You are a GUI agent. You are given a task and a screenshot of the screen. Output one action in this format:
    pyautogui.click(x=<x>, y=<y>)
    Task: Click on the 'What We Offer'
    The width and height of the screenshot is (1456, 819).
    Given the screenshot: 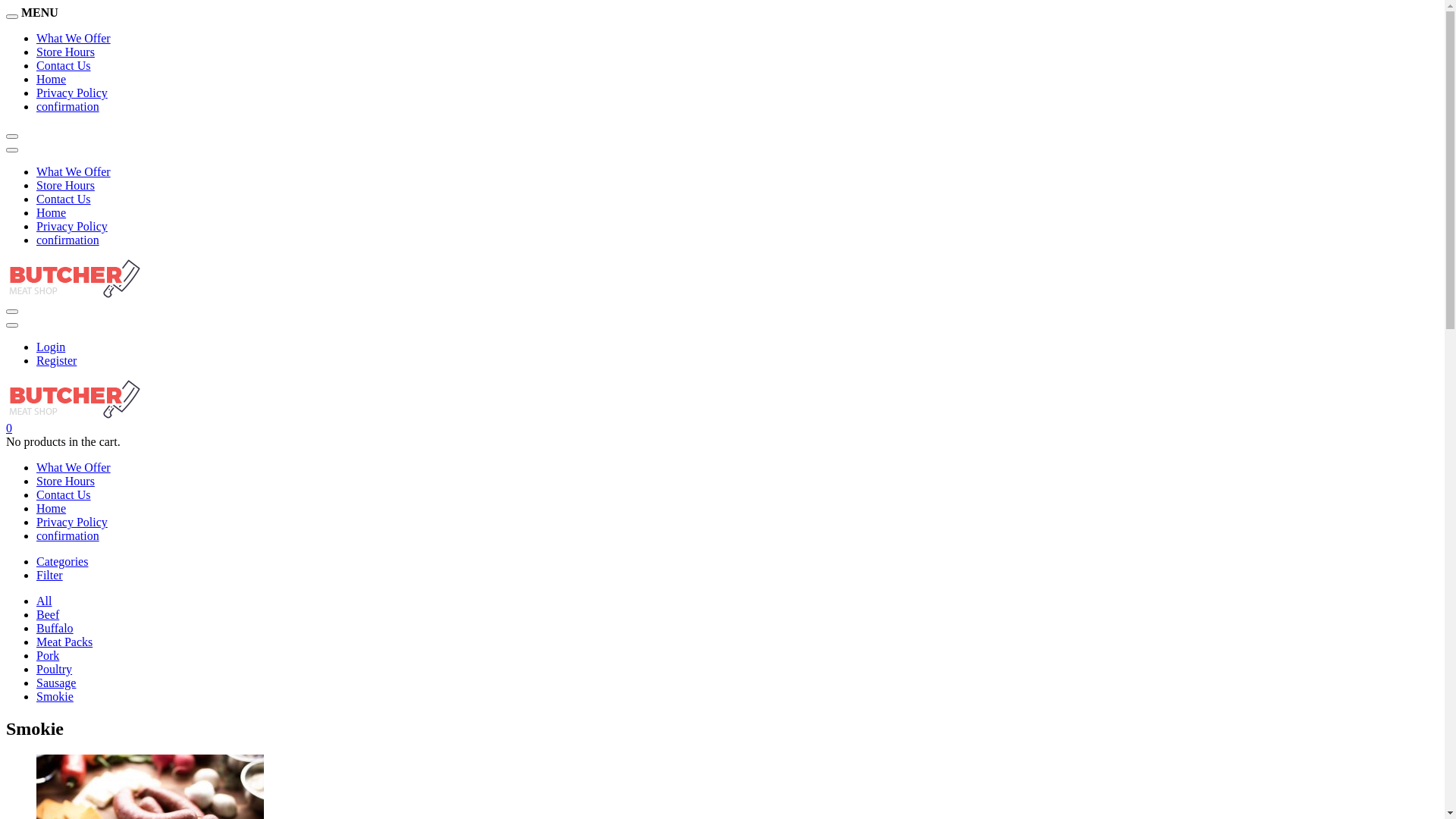 What is the action you would take?
    pyautogui.click(x=72, y=466)
    